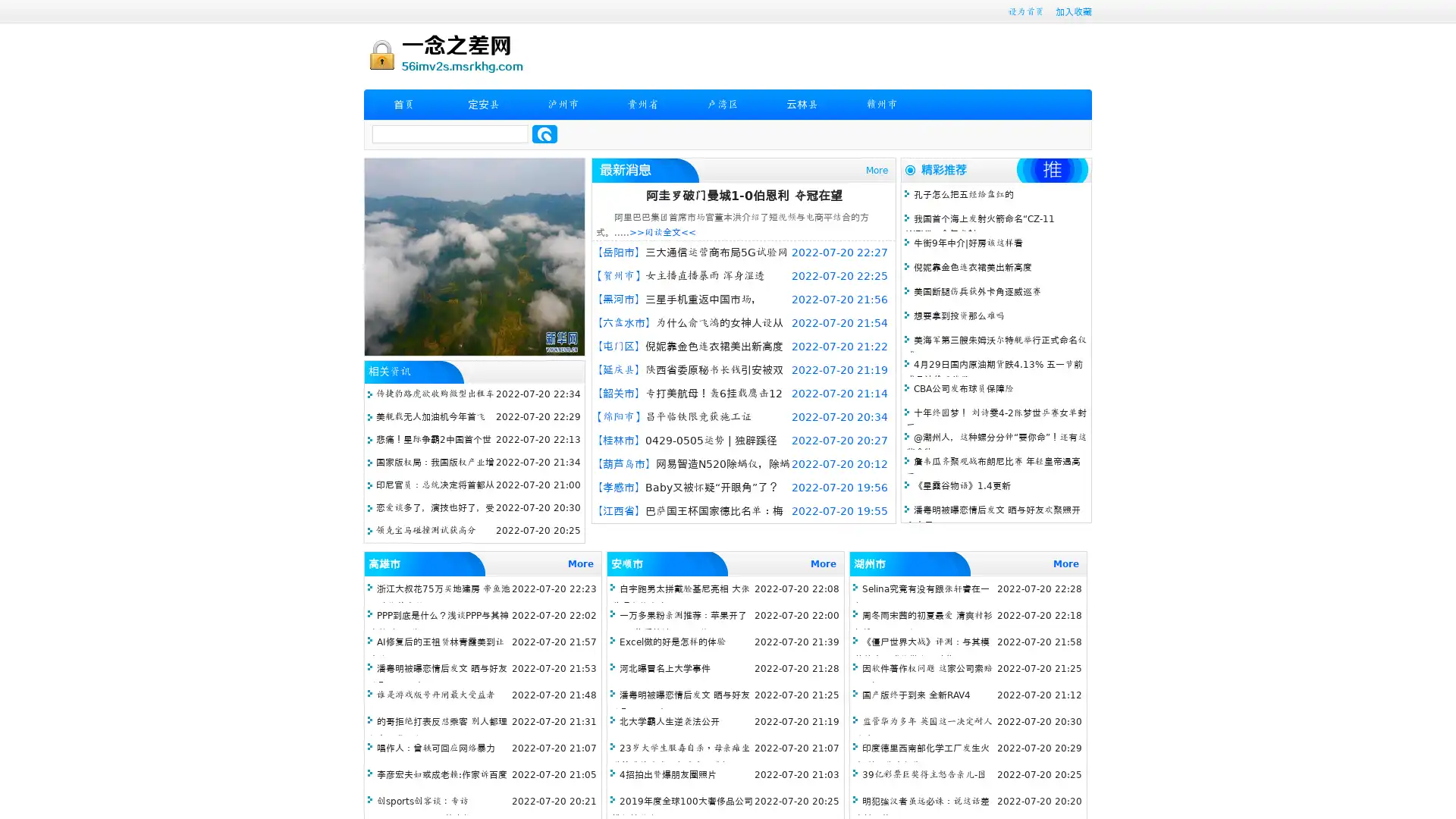  I want to click on Search, so click(544, 133).